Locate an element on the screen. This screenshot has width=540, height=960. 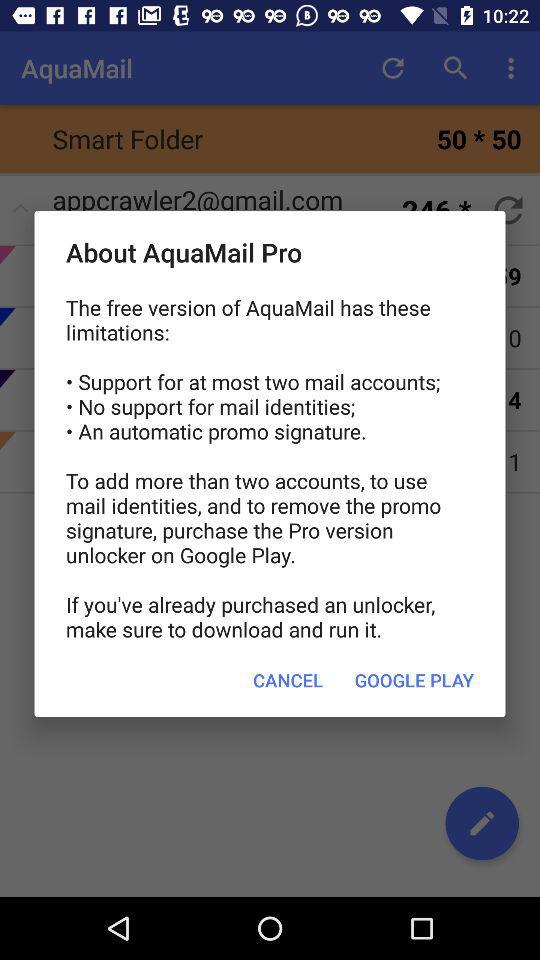
item next to google play is located at coordinates (287, 680).